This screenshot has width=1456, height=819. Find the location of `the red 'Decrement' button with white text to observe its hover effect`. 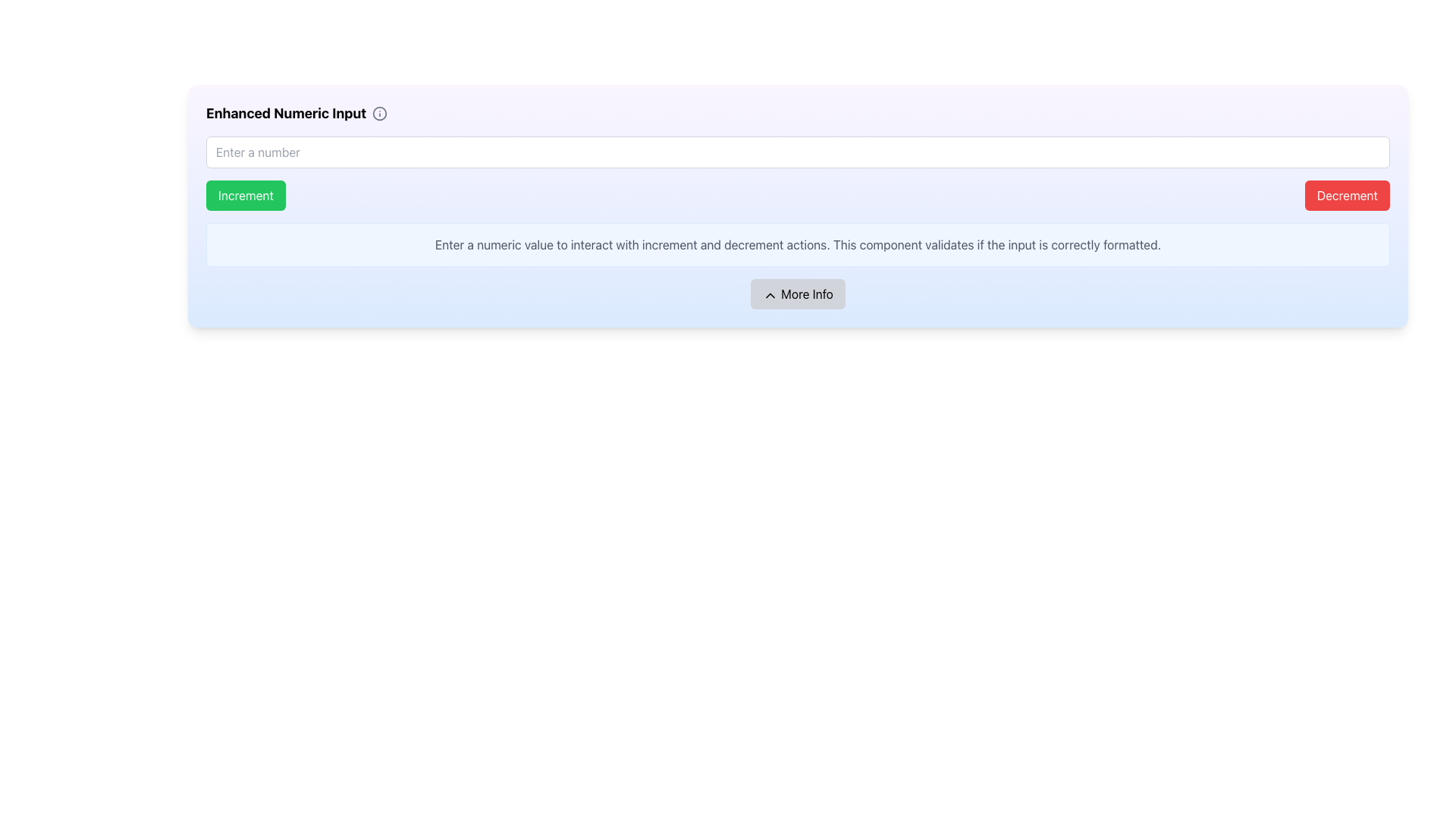

the red 'Decrement' button with white text to observe its hover effect is located at coordinates (1347, 195).